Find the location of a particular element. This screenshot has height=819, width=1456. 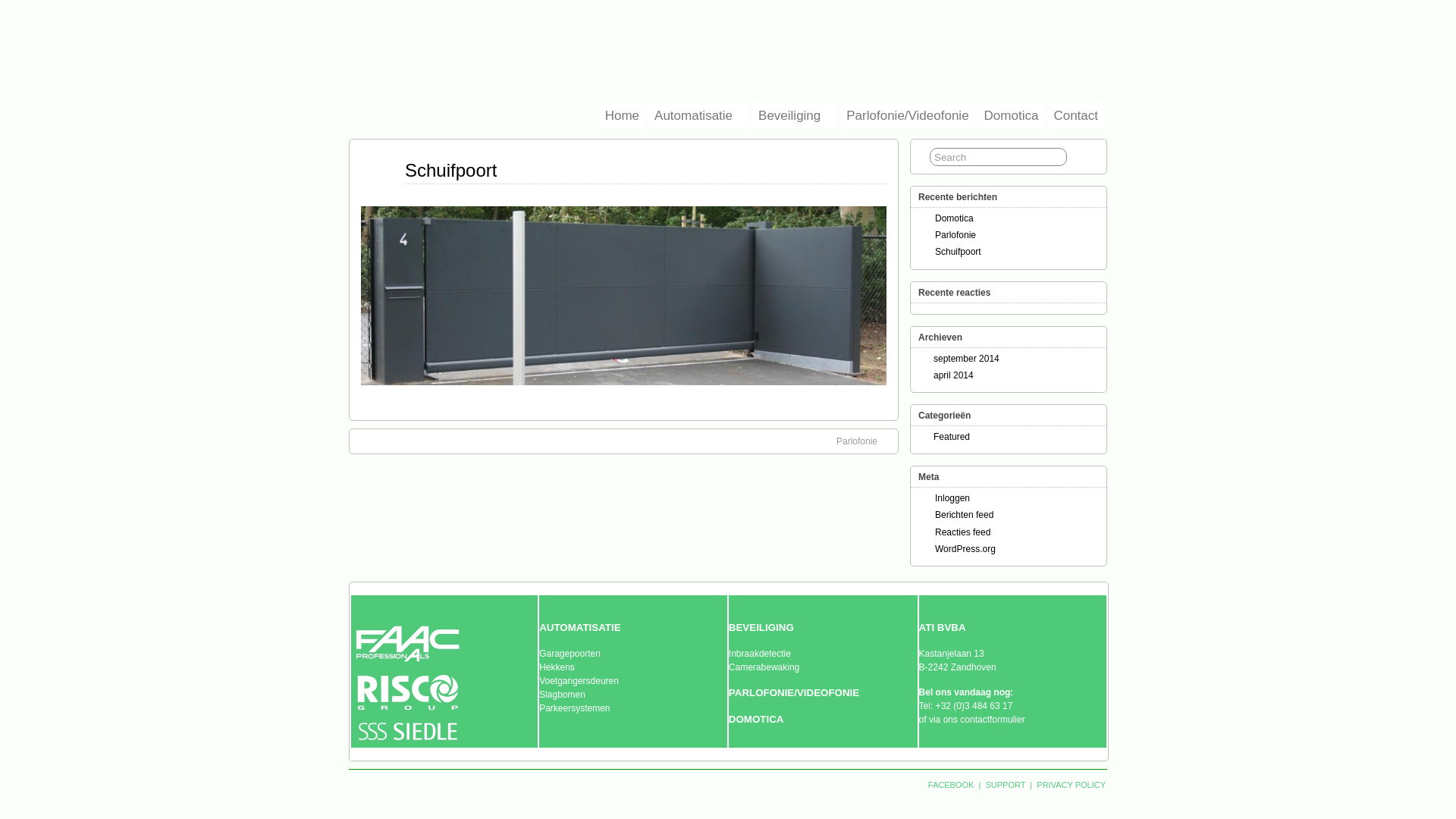

'  Parlofonie' is located at coordinates (864, 441).